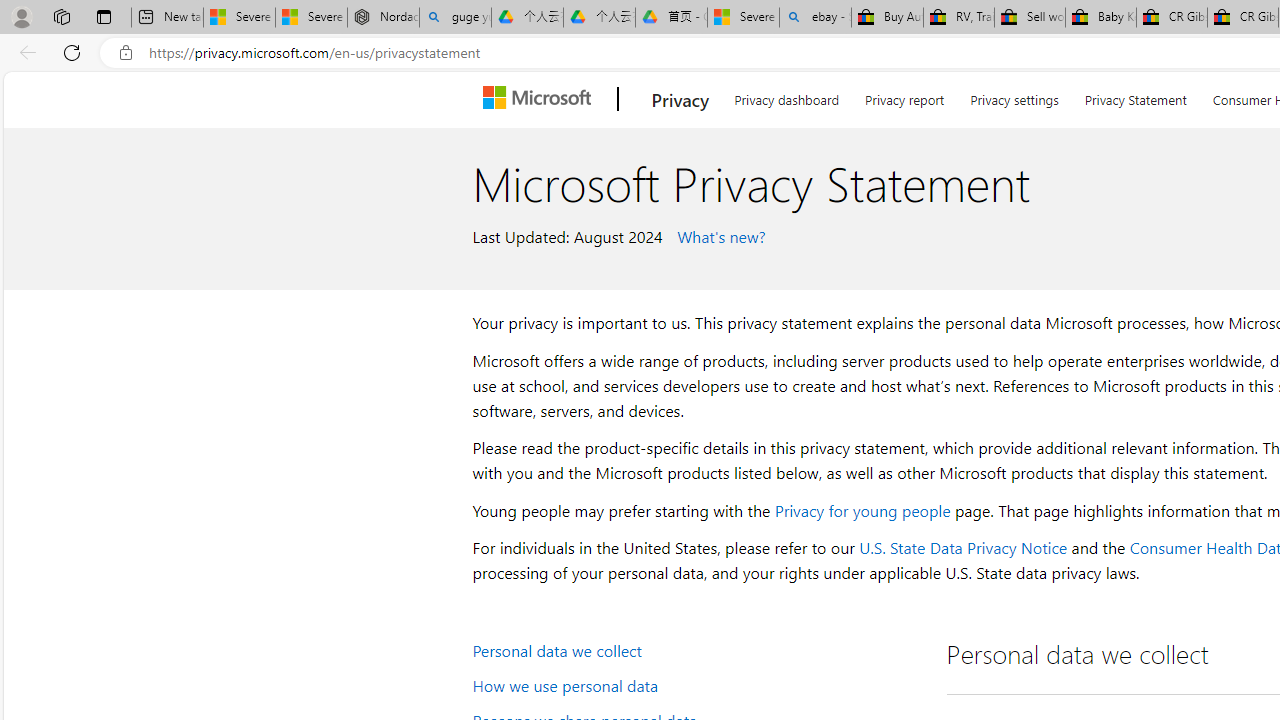 The height and width of the screenshot is (720, 1280). I want to click on ' What', so click(718, 234).